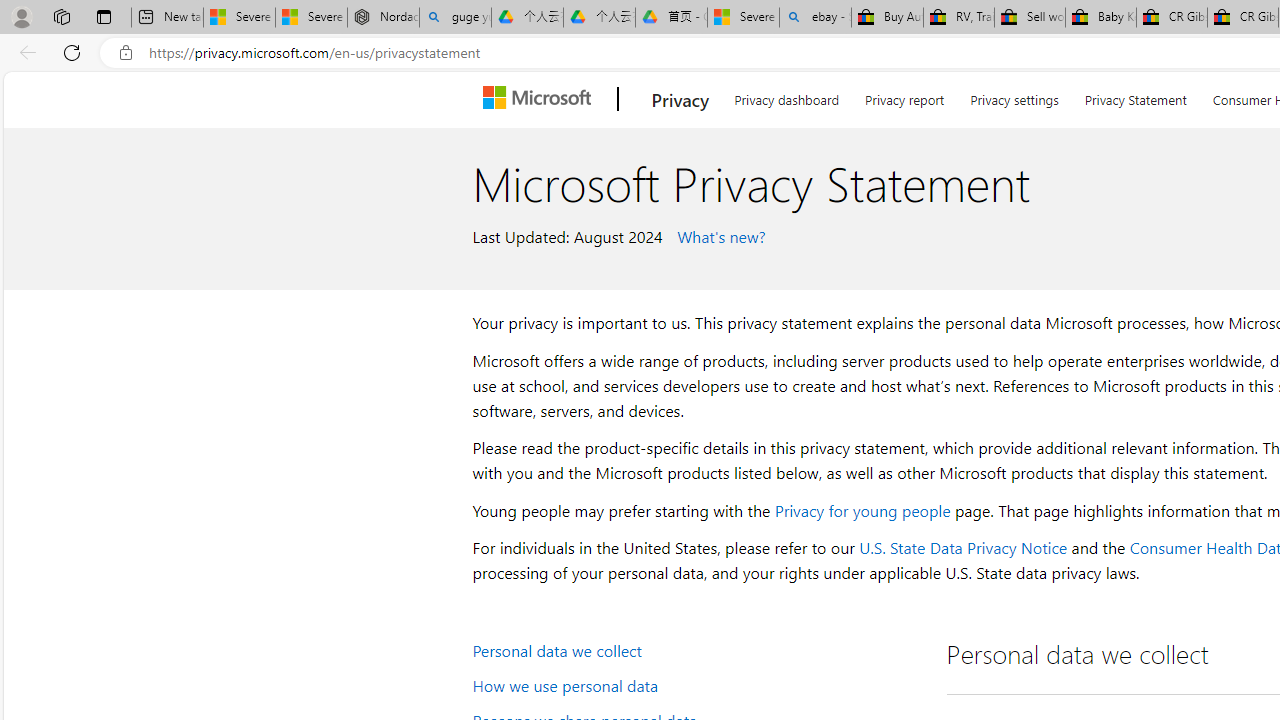 The height and width of the screenshot is (720, 1280). I want to click on ' What', so click(718, 234).